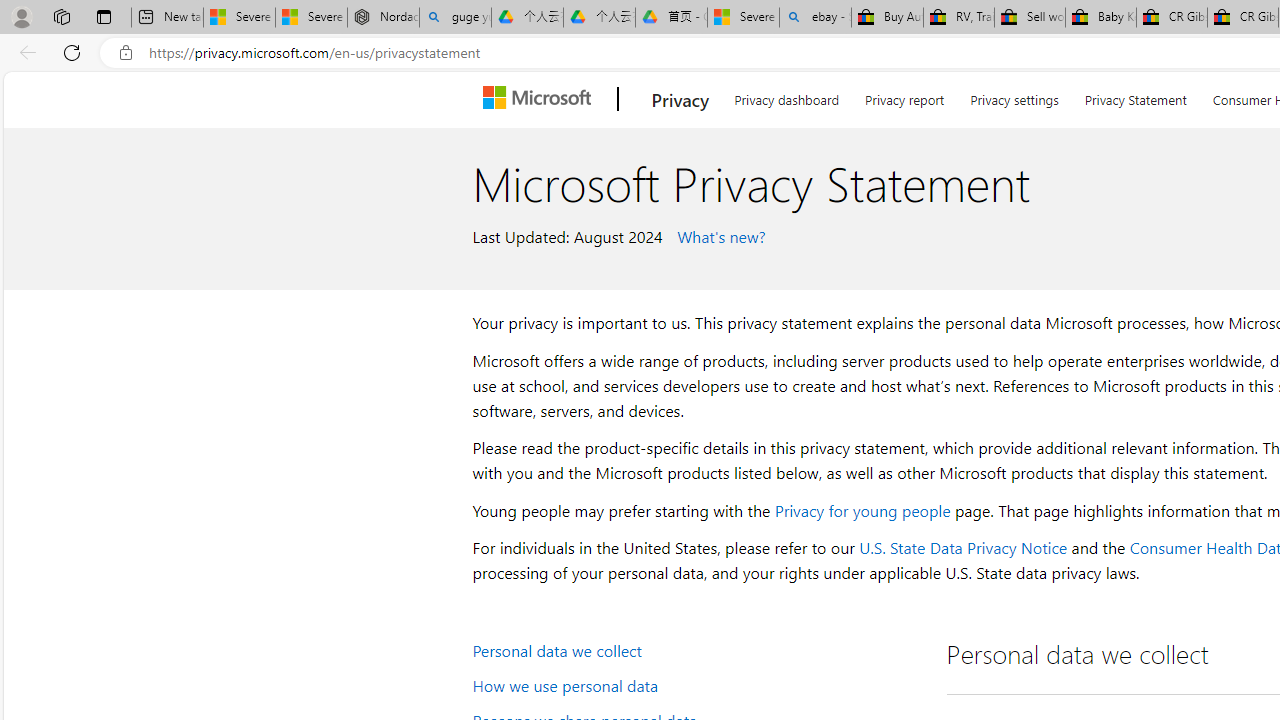 The height and width of the screenshot is (720, 1280). I want to click on ' What', so click(718, 234).